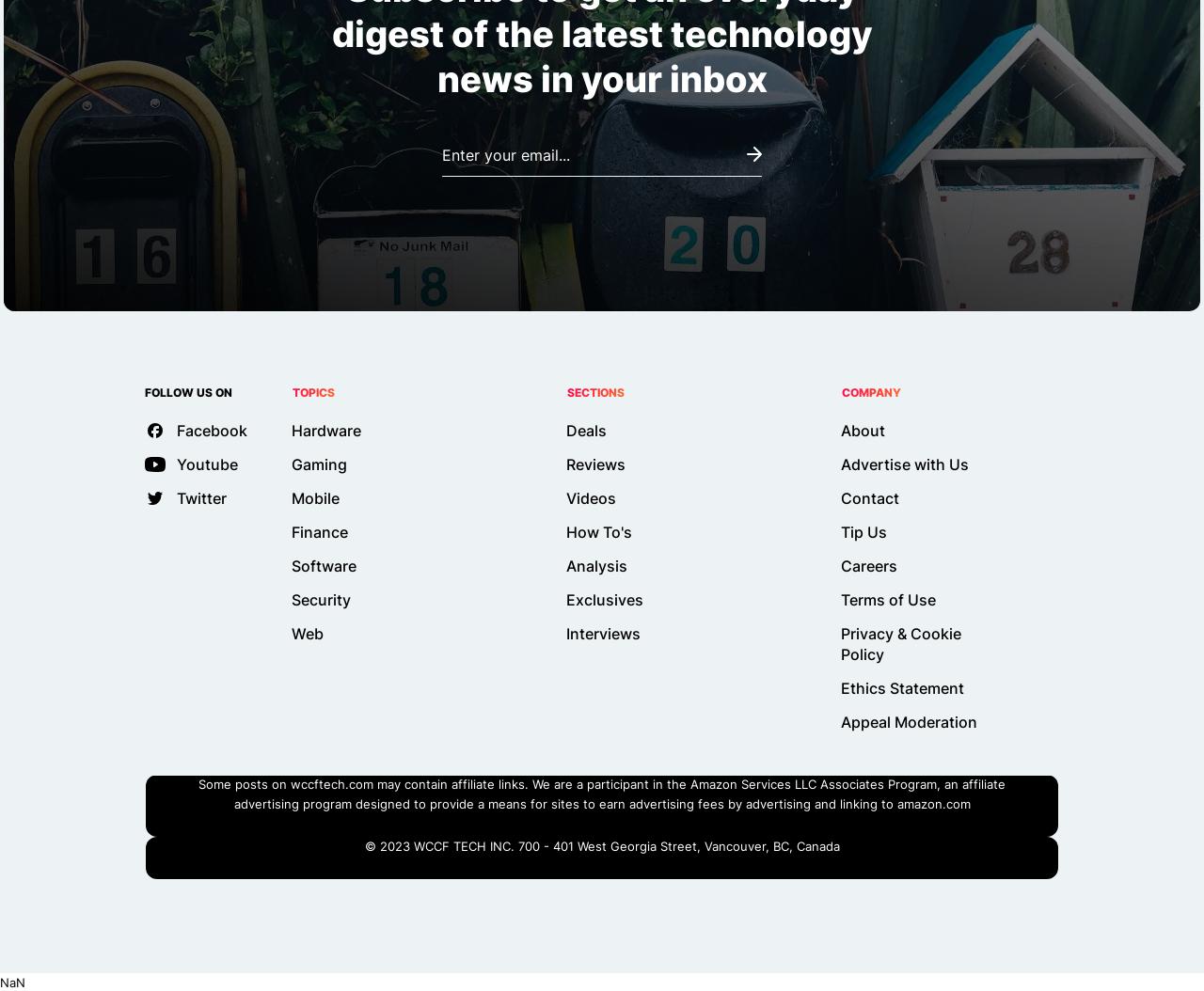 This screenshot has width=1204, height=991. What do you see at coordinates (326, 430) in the screenshot?
I see `'Hardware'` at bounding box center [326, 430].